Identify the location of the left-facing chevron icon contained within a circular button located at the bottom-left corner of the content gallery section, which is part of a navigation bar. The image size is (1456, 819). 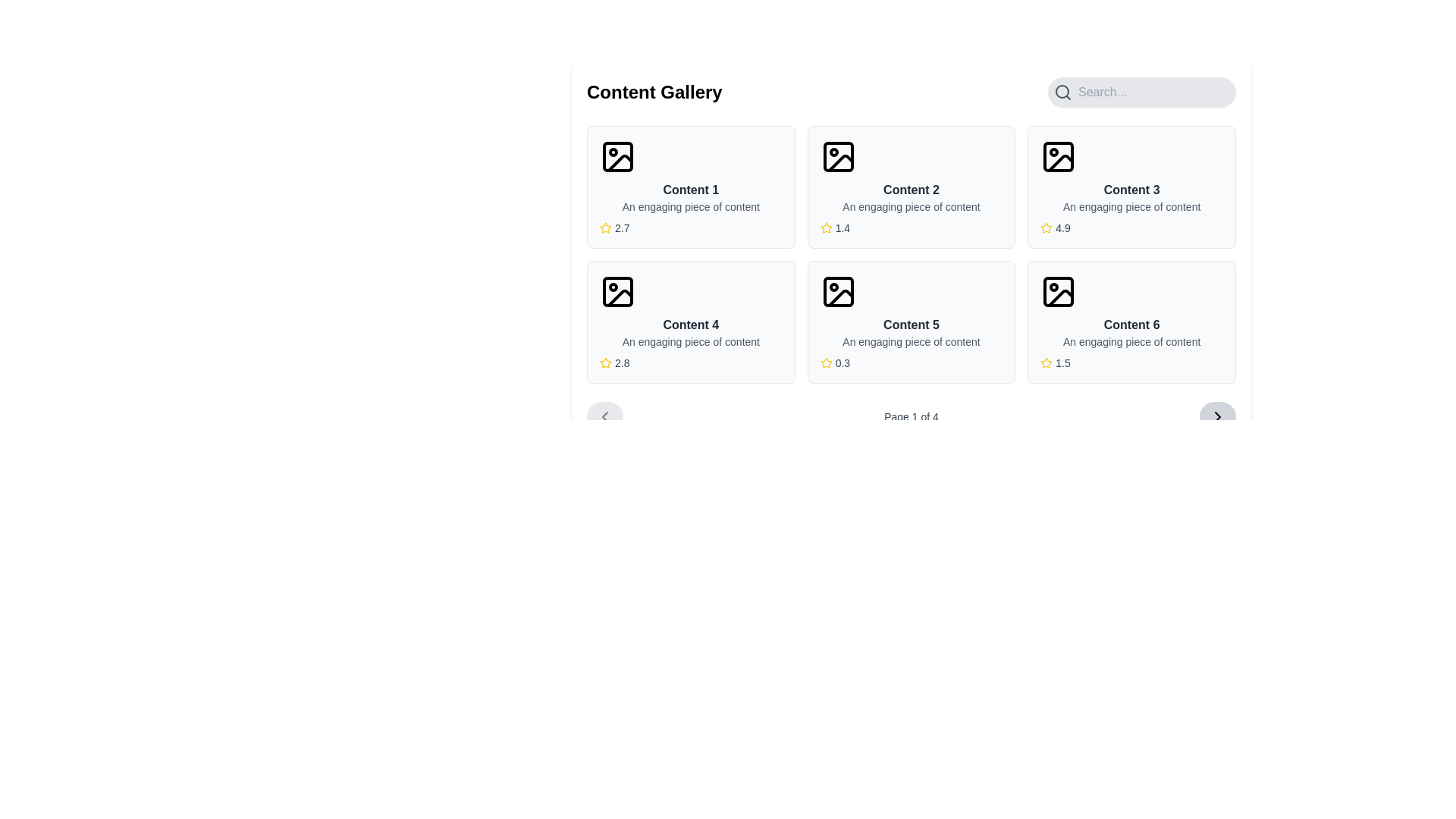
(604, 417).